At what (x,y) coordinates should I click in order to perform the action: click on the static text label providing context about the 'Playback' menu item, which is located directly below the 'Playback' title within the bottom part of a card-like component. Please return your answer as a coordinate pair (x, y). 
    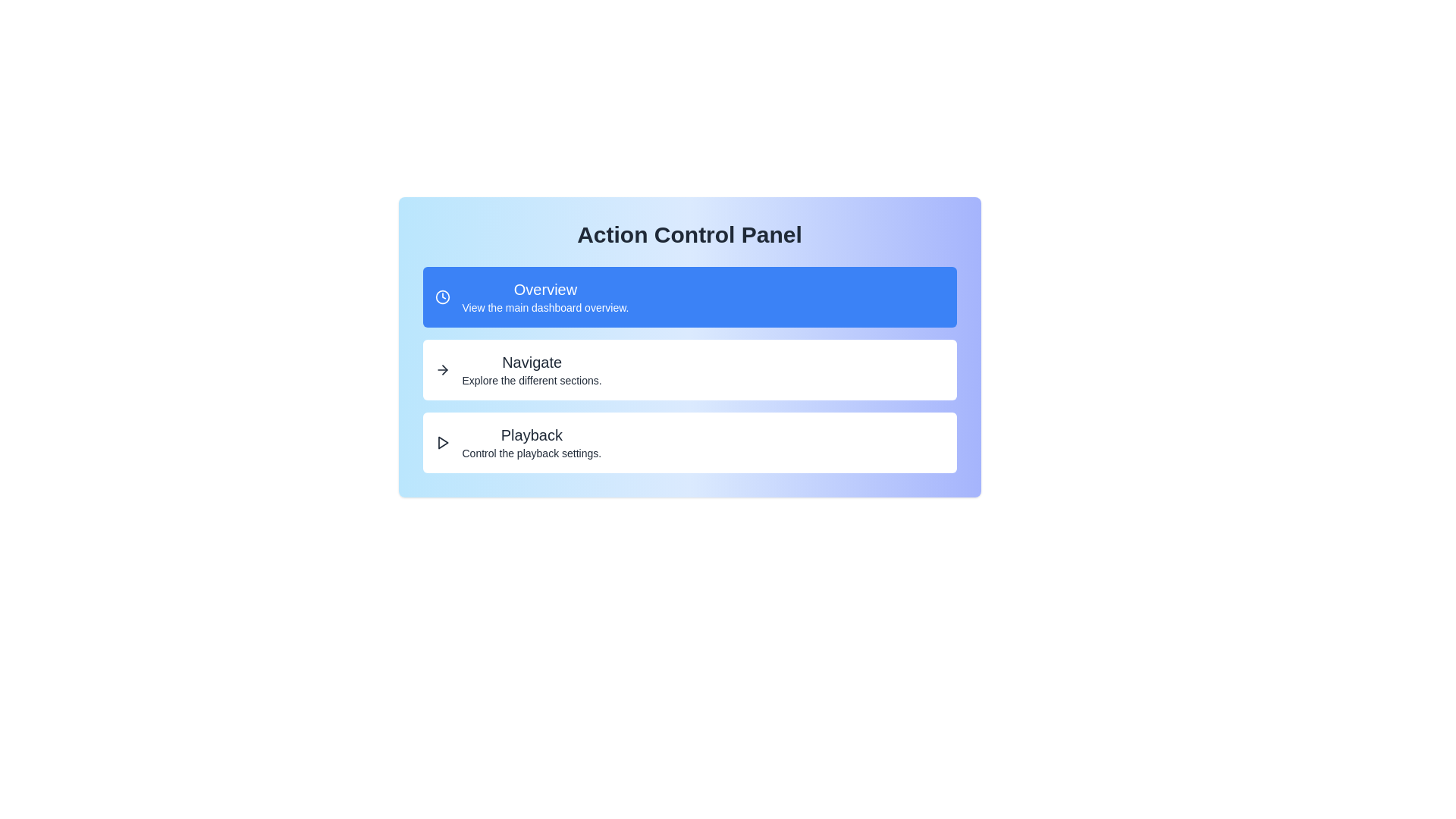
    Looking at the image, I should click on (532, 452).